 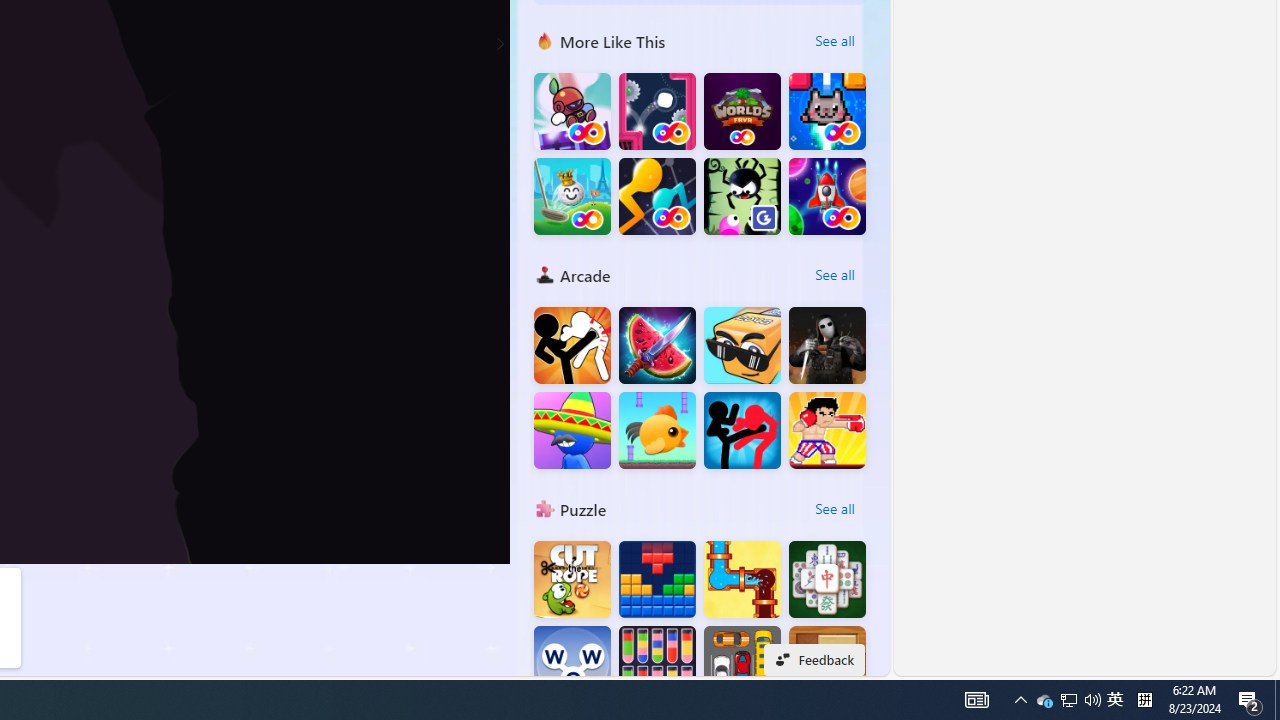 I want to click on 'Hunter Hitman', so click(x=827, y=344).